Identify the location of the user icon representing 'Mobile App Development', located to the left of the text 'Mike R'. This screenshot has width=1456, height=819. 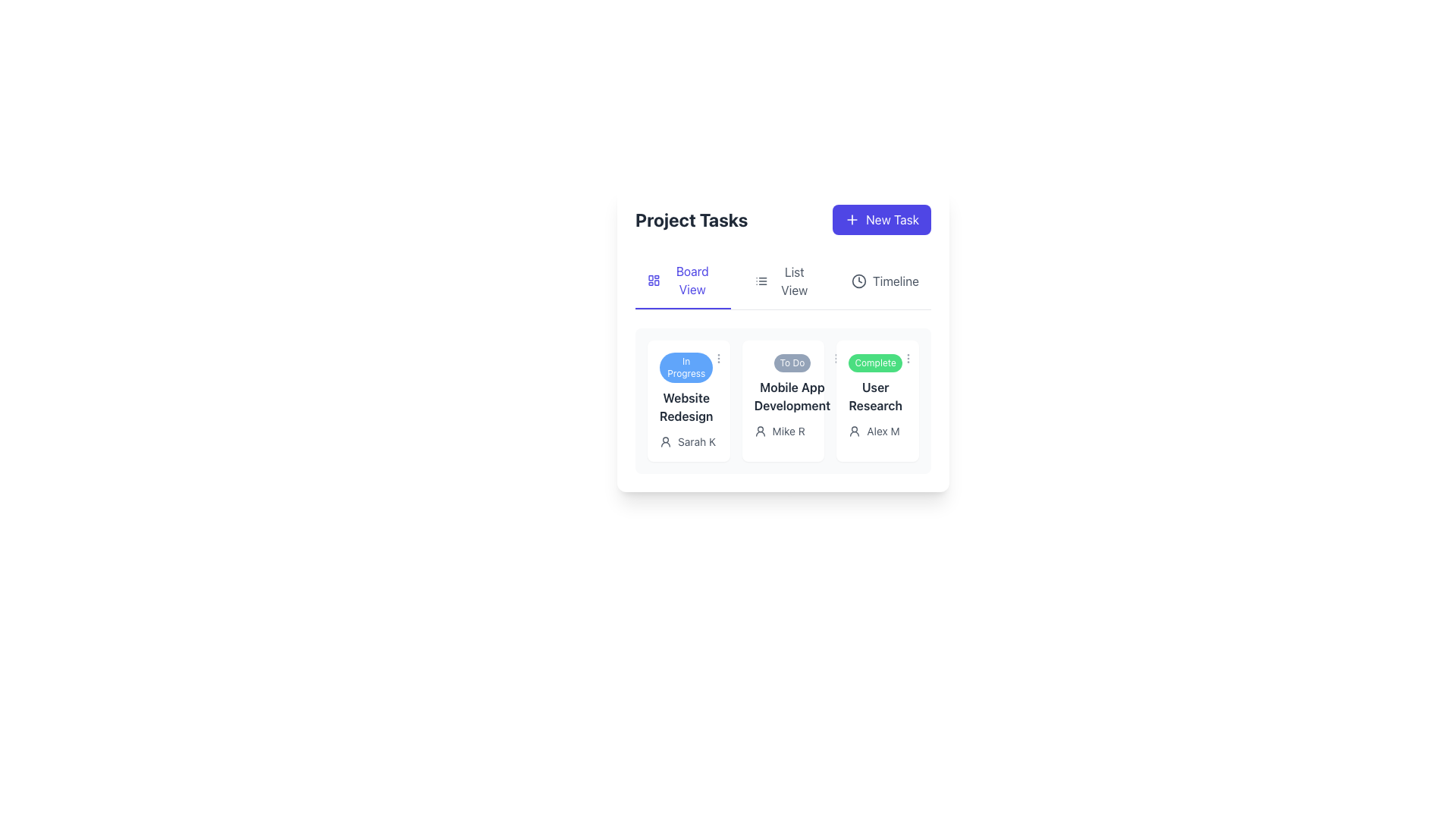
(760, 431).